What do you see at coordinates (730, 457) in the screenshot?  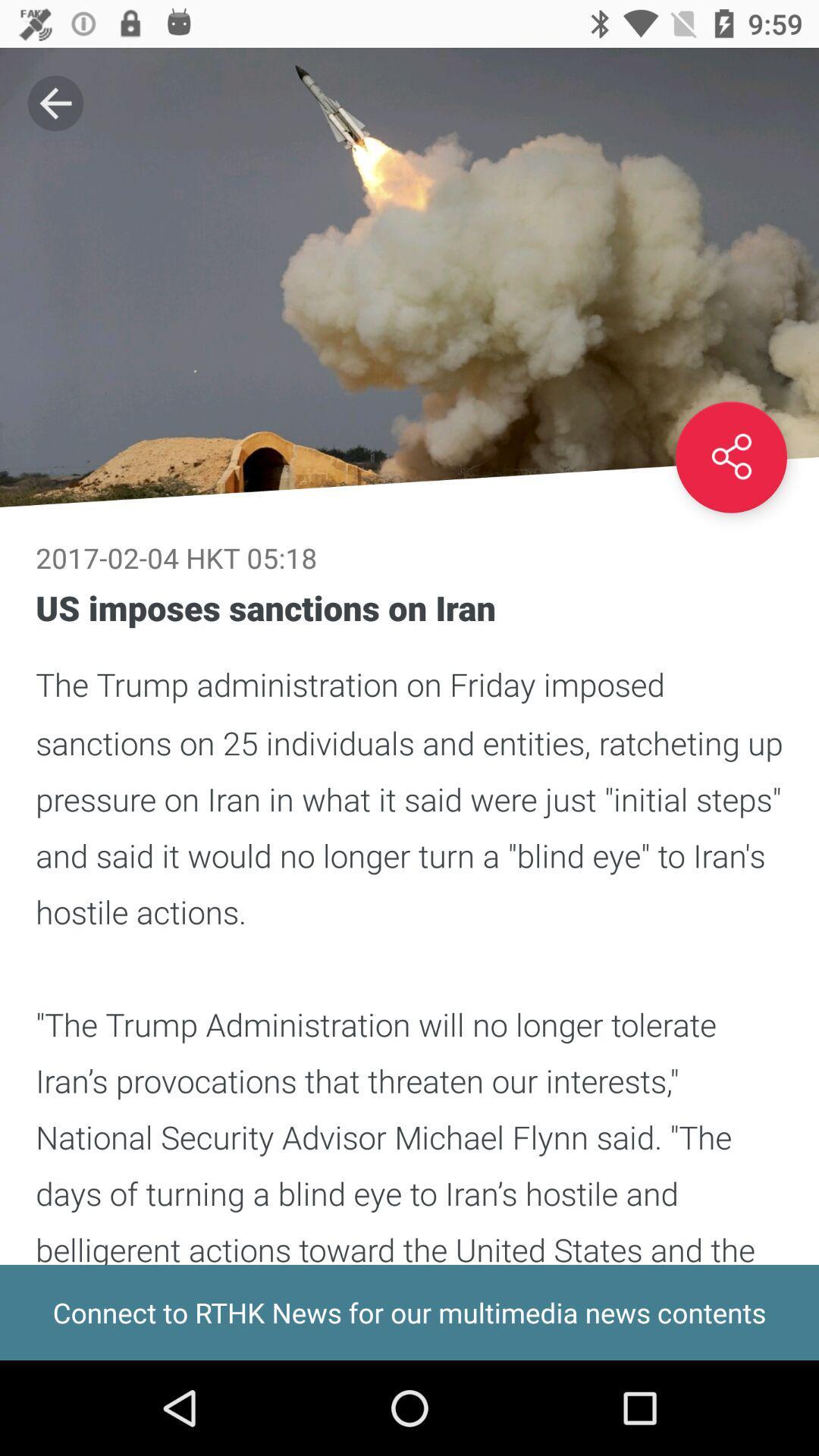 I see `the share icon` at bounding box center [730, 457].